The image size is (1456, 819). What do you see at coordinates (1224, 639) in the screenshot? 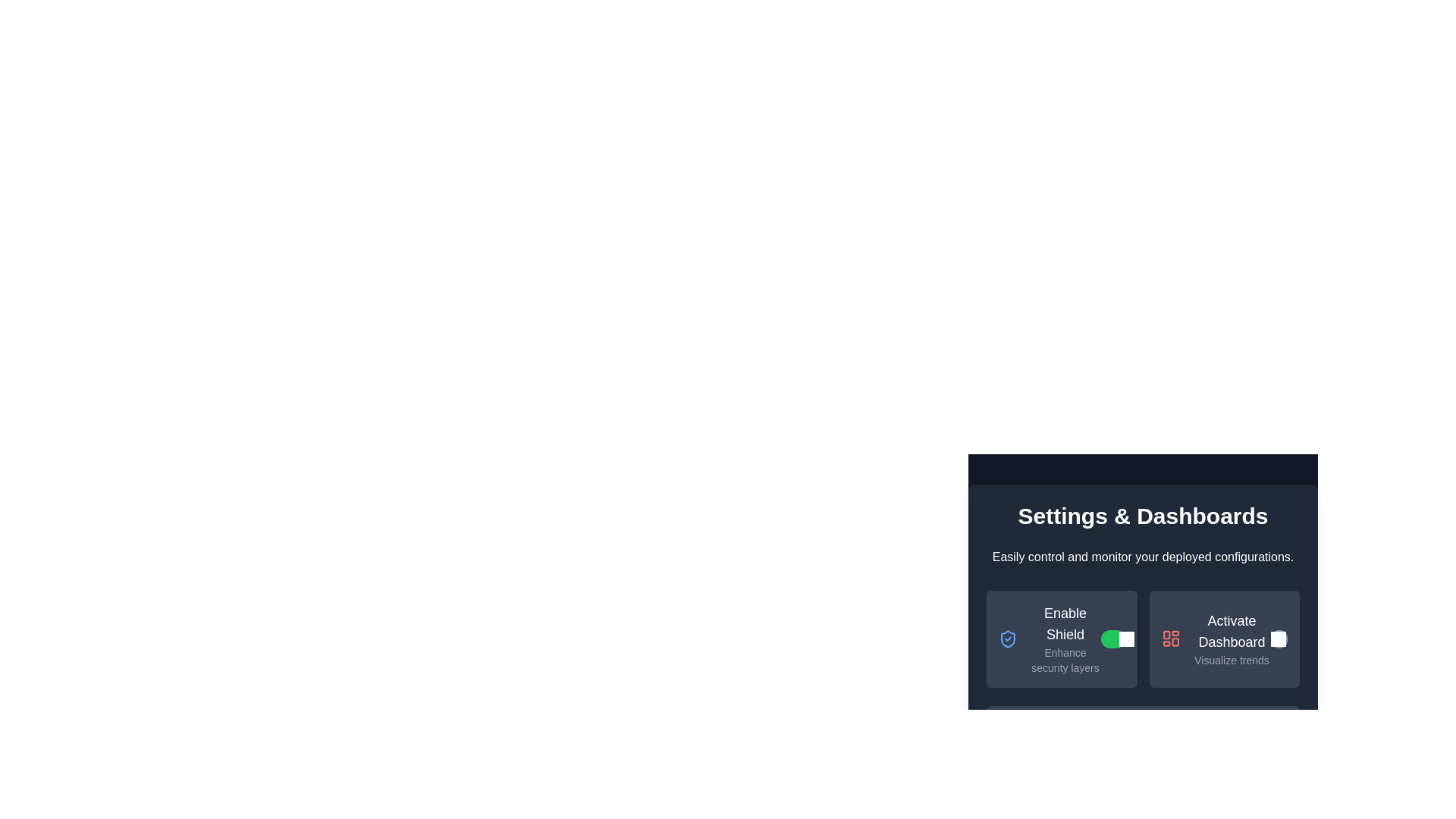
I see `the Control group with toggle switch labeled 'Activate Dashboard'` at bounding box center [1224, 639].